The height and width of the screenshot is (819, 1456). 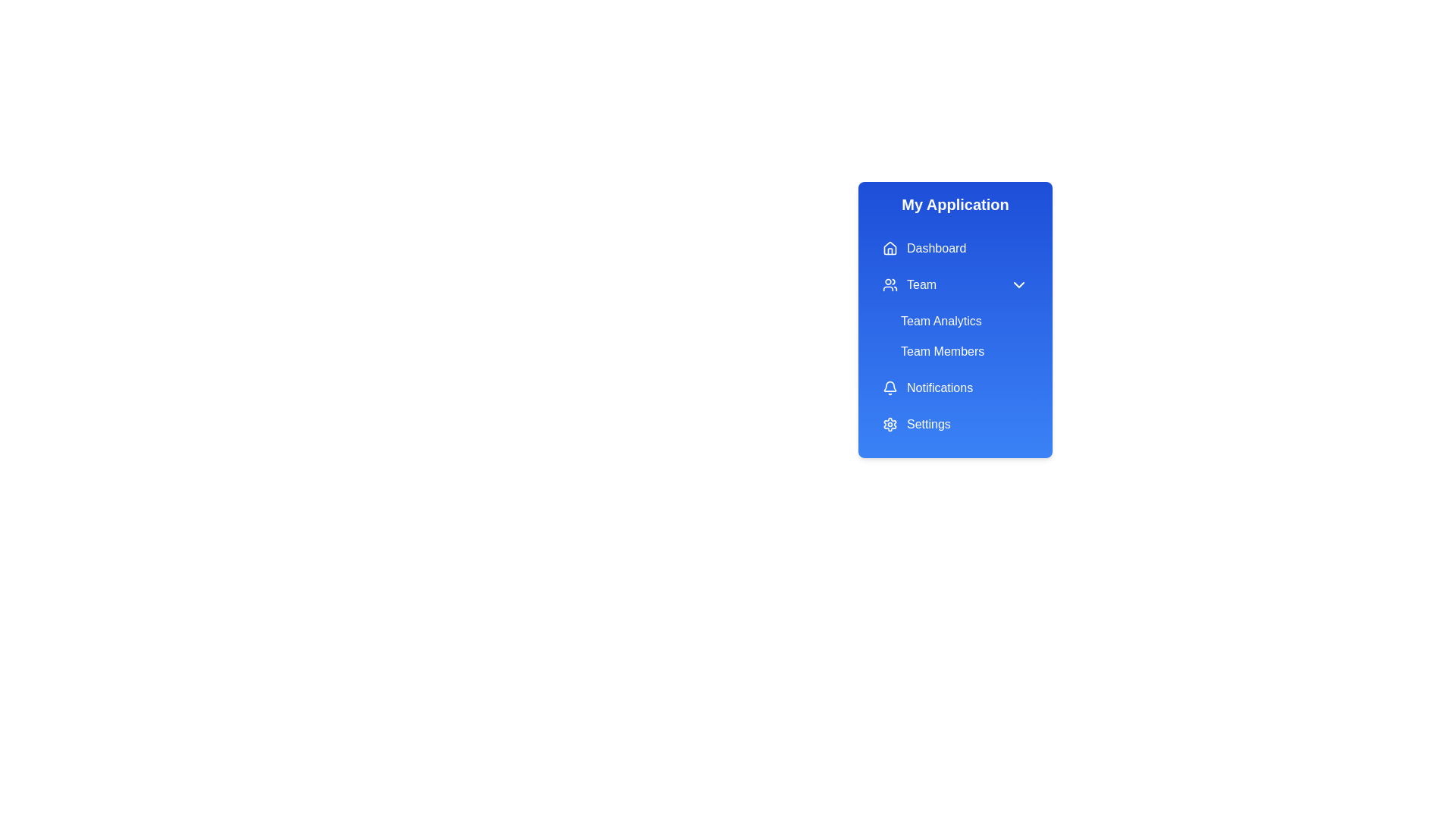 What do you see at coordinates (954, 424) in the screenshot?
I see `the interactive menu item located directly below the 'Notifications' option in the sidebar` at bounding box center [954, 424].